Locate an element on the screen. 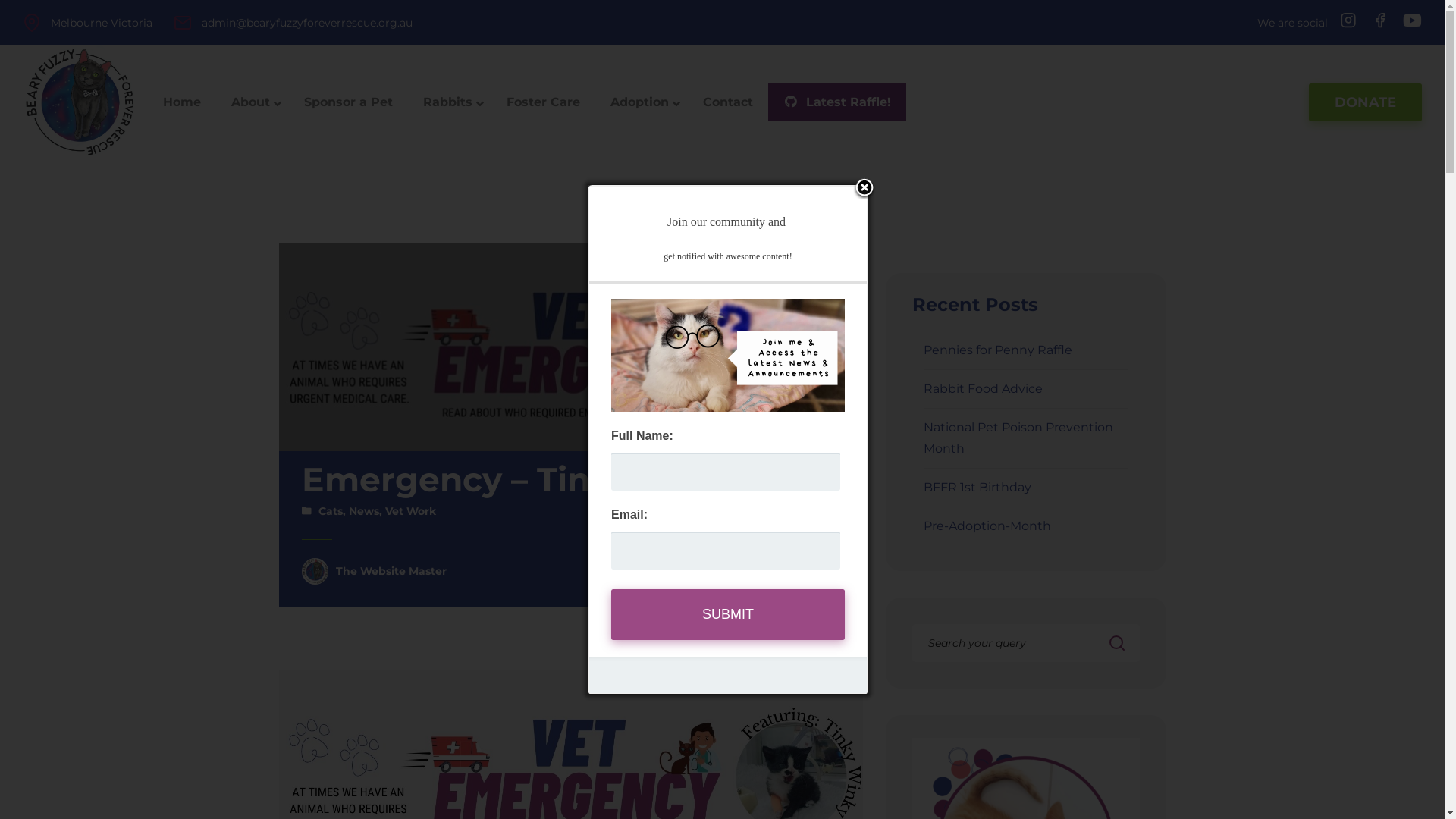  'DONATE' is located at coordinates (1308, 102).